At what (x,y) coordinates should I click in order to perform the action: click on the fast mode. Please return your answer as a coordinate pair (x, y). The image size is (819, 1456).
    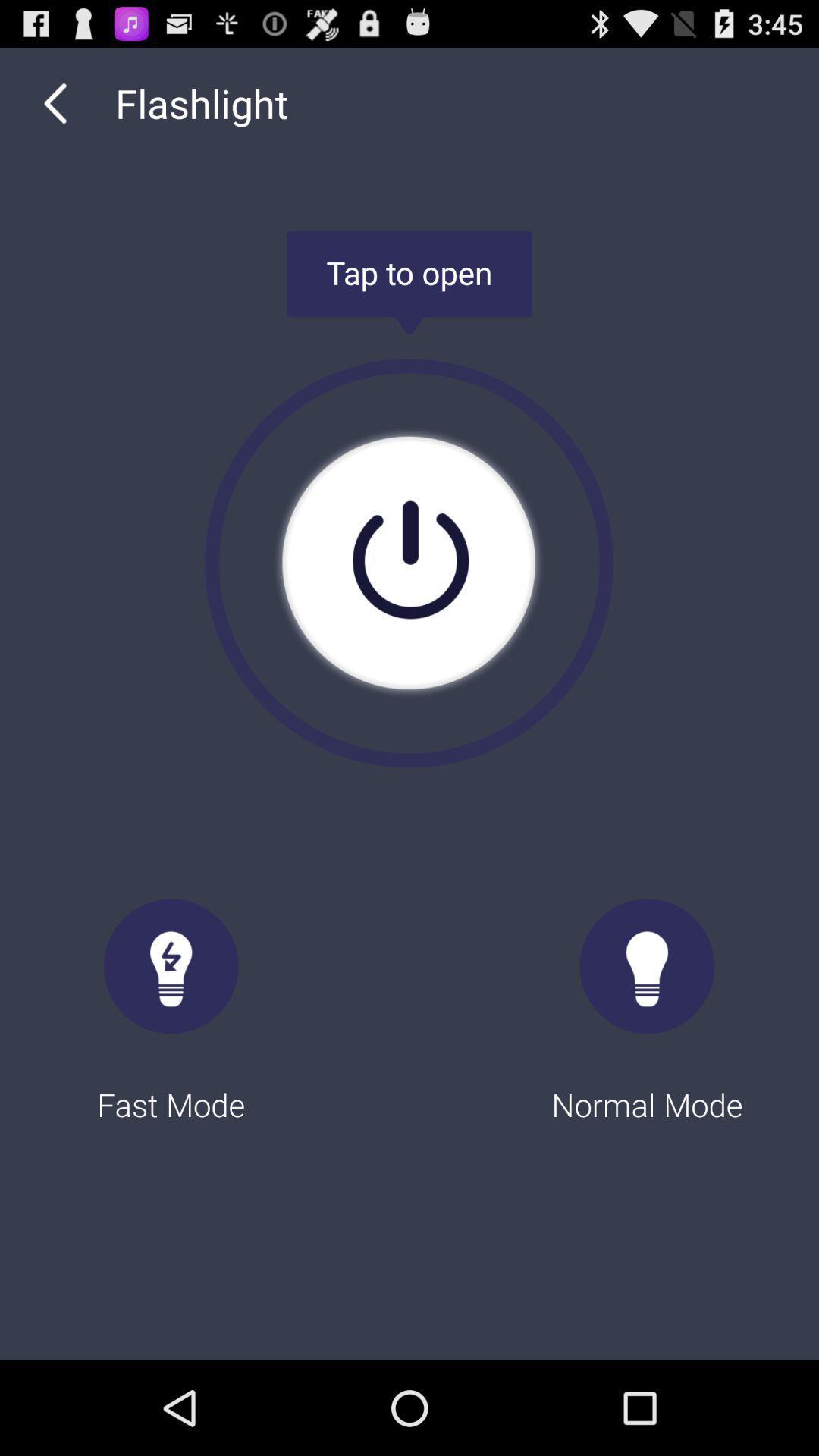
    Looking at the image, I should click on (171, 996).